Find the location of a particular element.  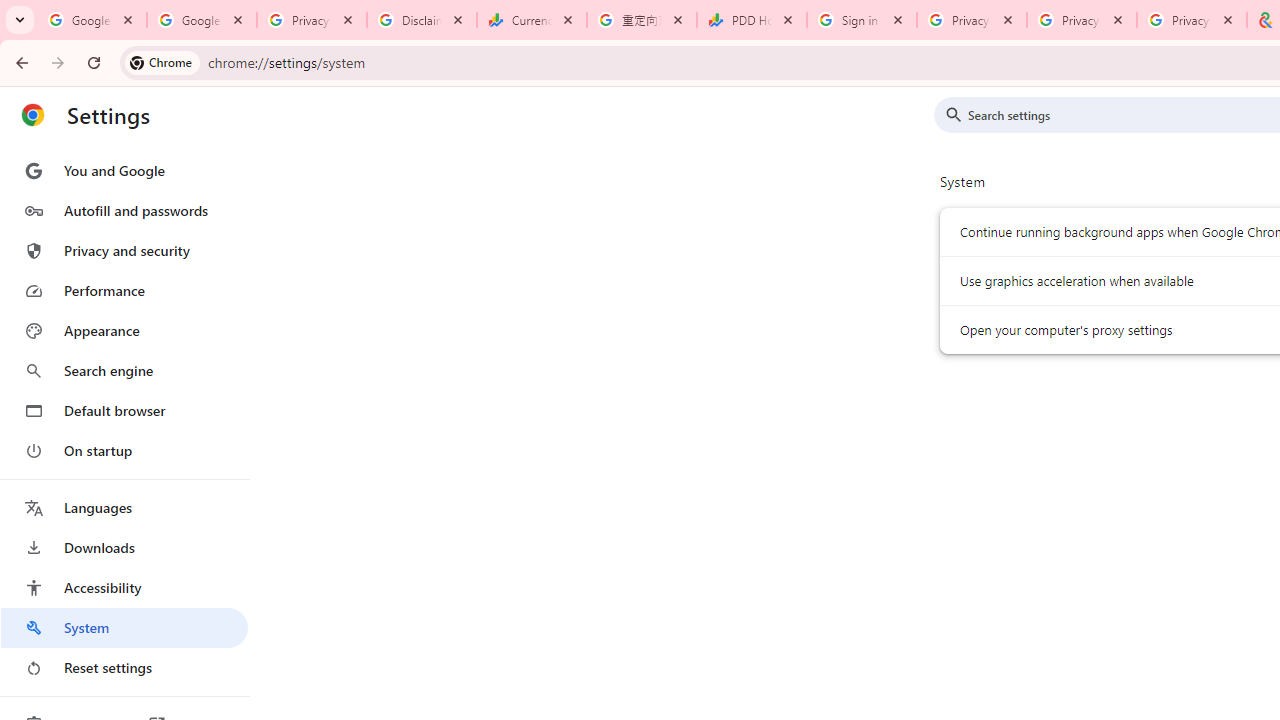

'PDD Holdings Inc - ADR (PDD) Price & News - Google Finance' is located at coordinates (751, 20).